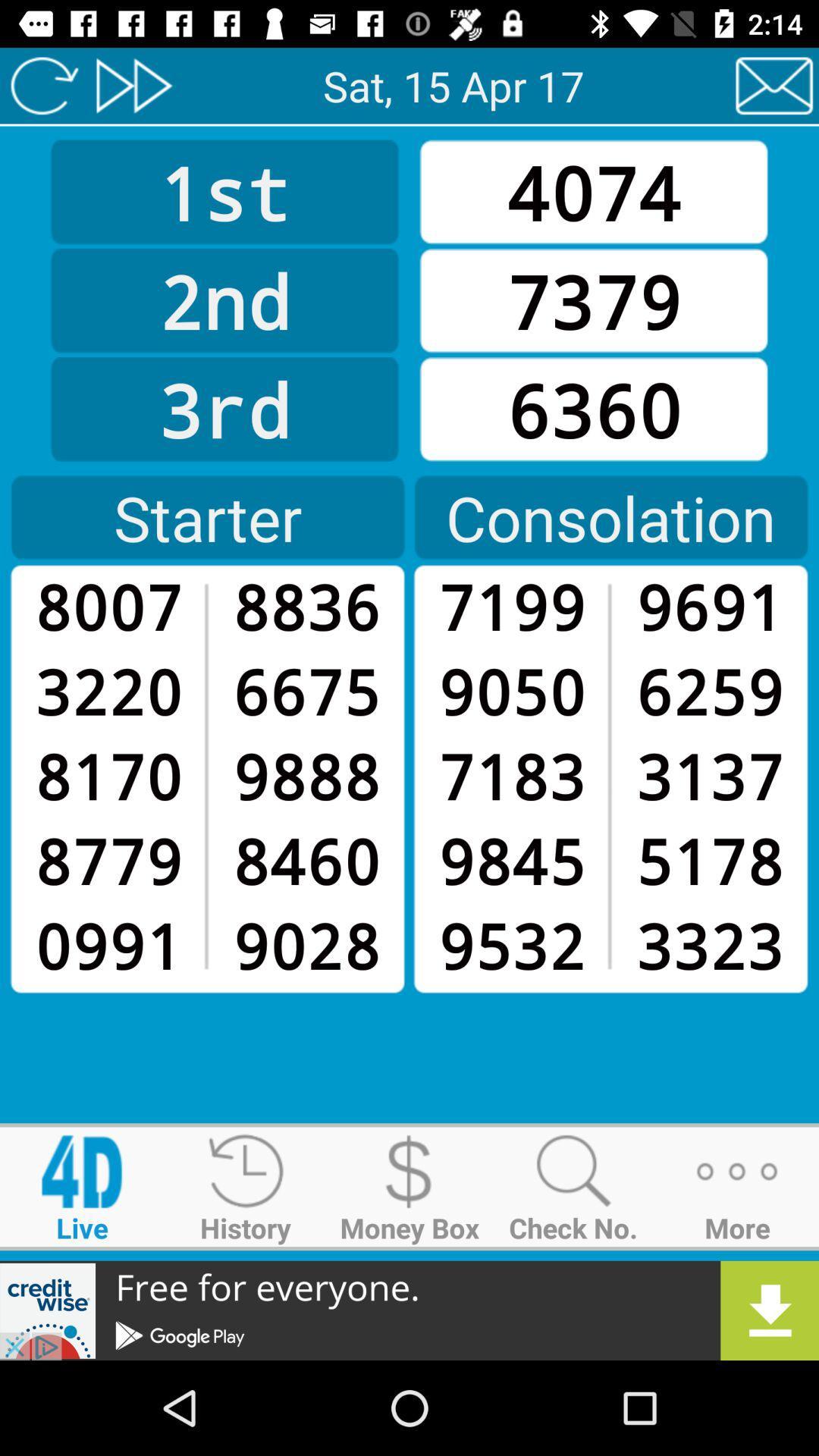  Describe the element at coordinates (133, 85) in the screenshot. I see `fast forward` at that location.